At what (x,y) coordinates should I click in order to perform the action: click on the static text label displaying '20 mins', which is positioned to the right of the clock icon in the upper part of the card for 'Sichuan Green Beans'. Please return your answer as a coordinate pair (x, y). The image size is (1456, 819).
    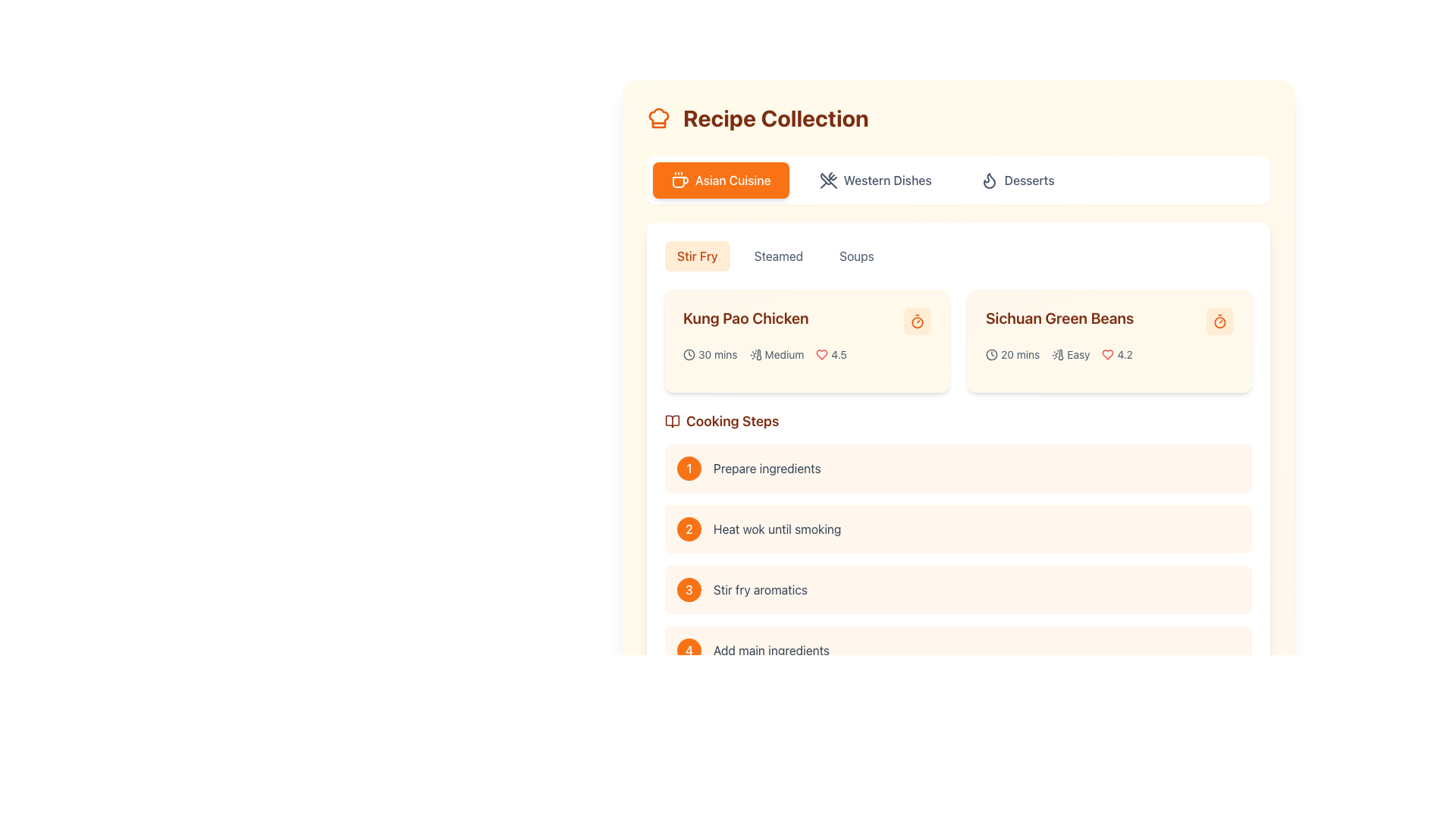
    Looking at the image, I should click on (1020, 354).